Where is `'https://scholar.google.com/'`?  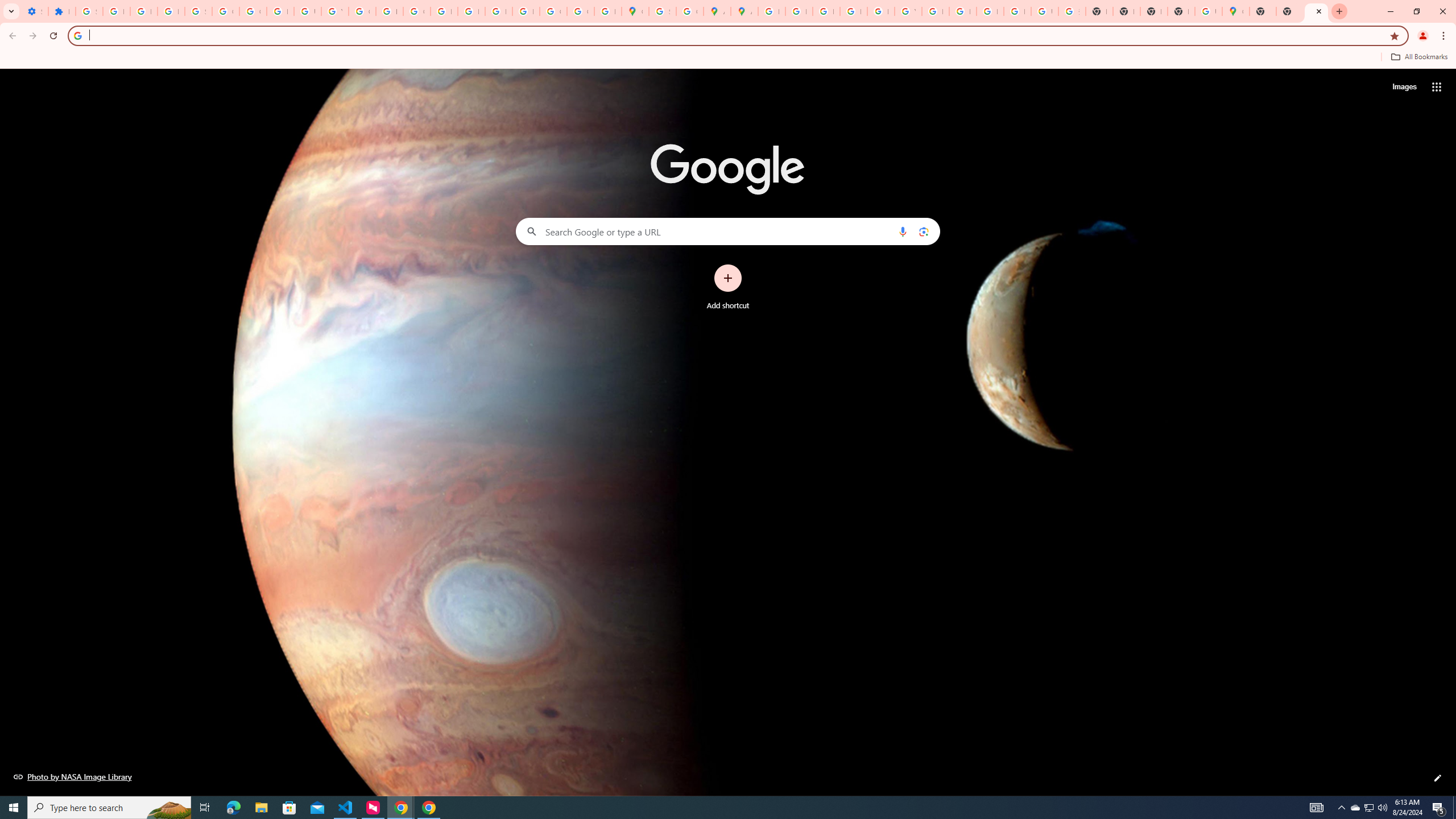 'https://scholar.google.com/' is located at coordinates (389, 11).